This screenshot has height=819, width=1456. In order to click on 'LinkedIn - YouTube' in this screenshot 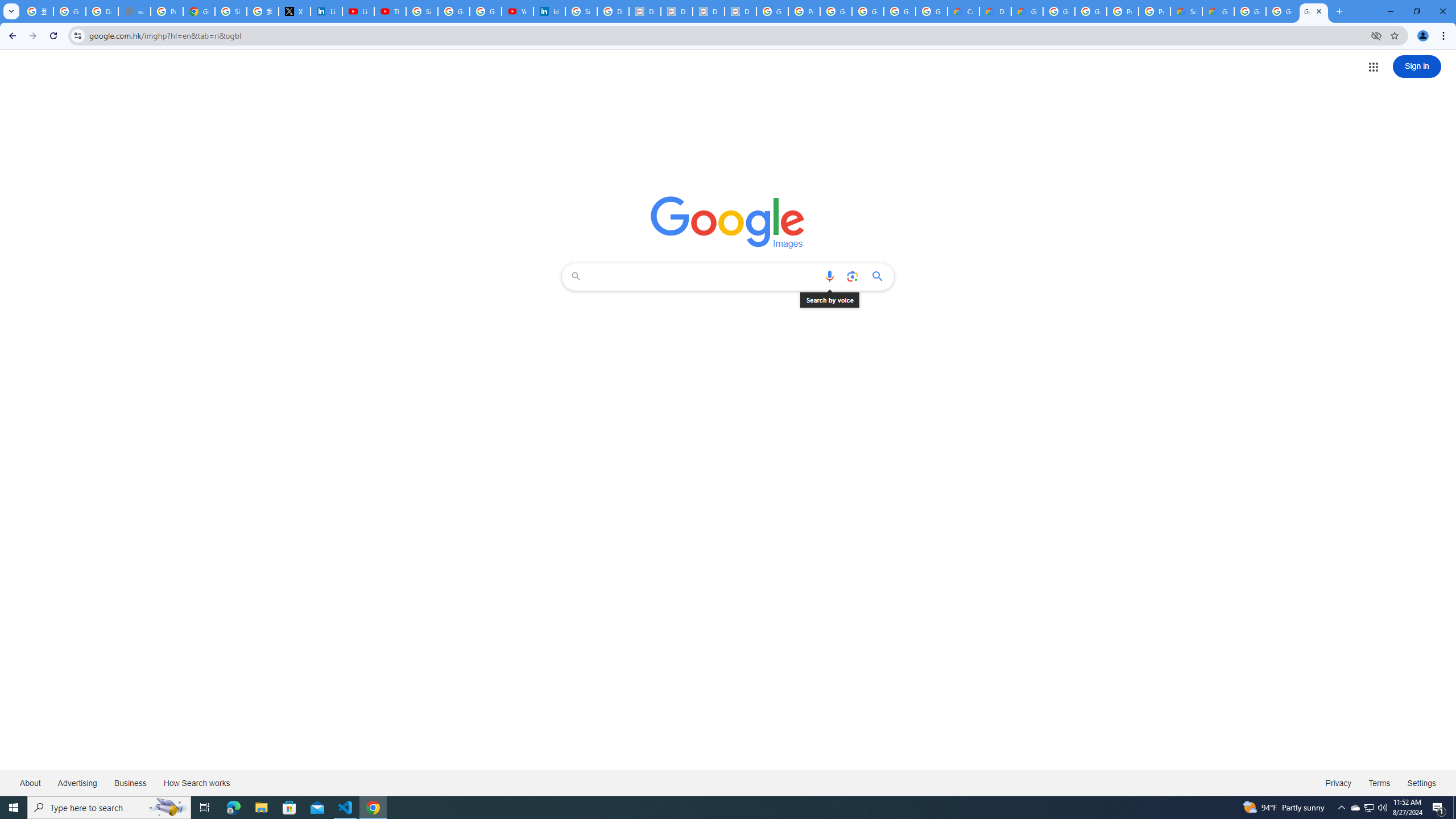, I will do `click(359, 11)`.